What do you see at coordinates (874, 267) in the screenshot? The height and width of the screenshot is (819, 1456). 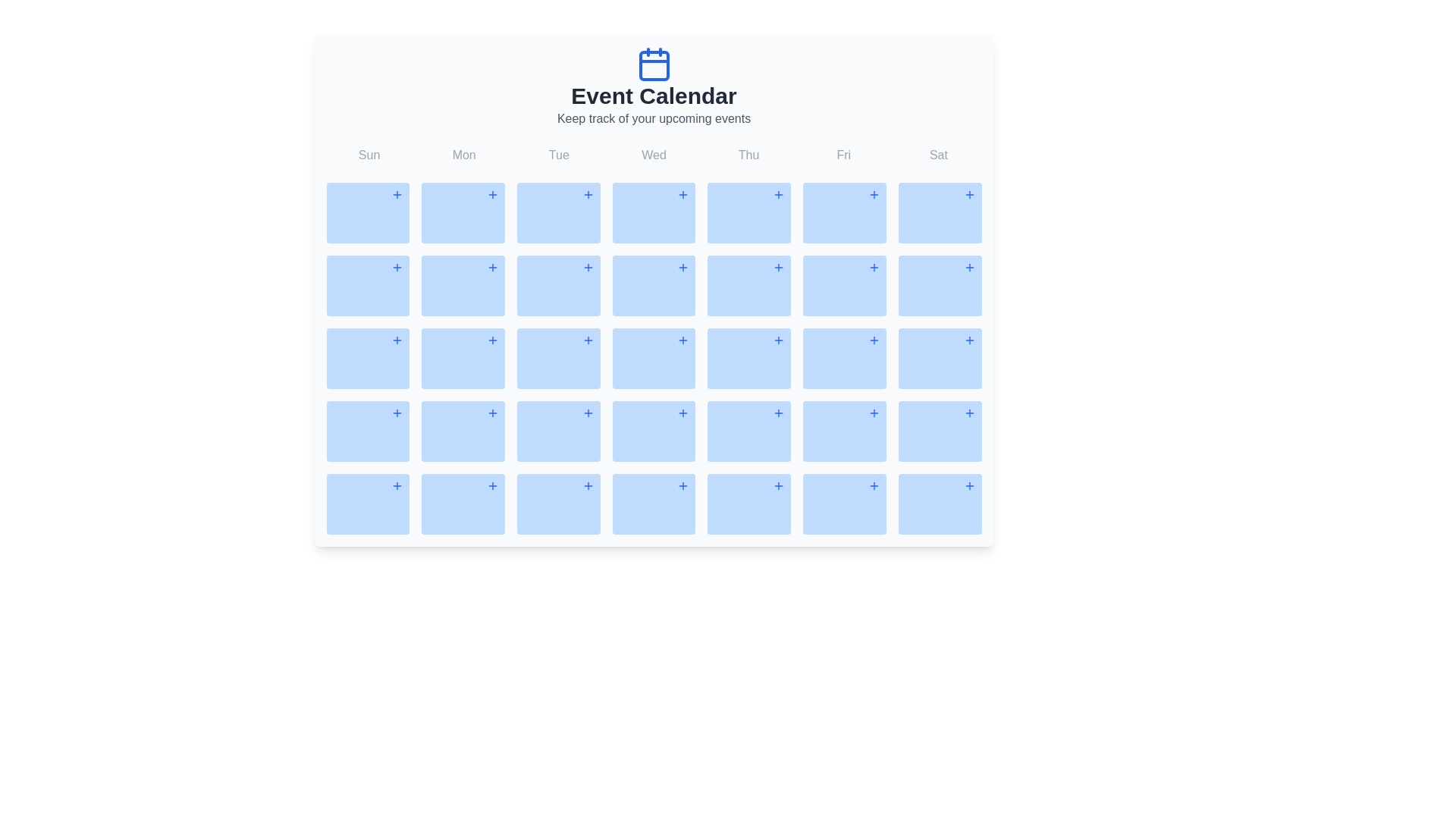 I see `the blue 'plus' icon button located in the top-right corner of the blue square cell in the fifth column of the fourth row` at bounding box center [874, 267].